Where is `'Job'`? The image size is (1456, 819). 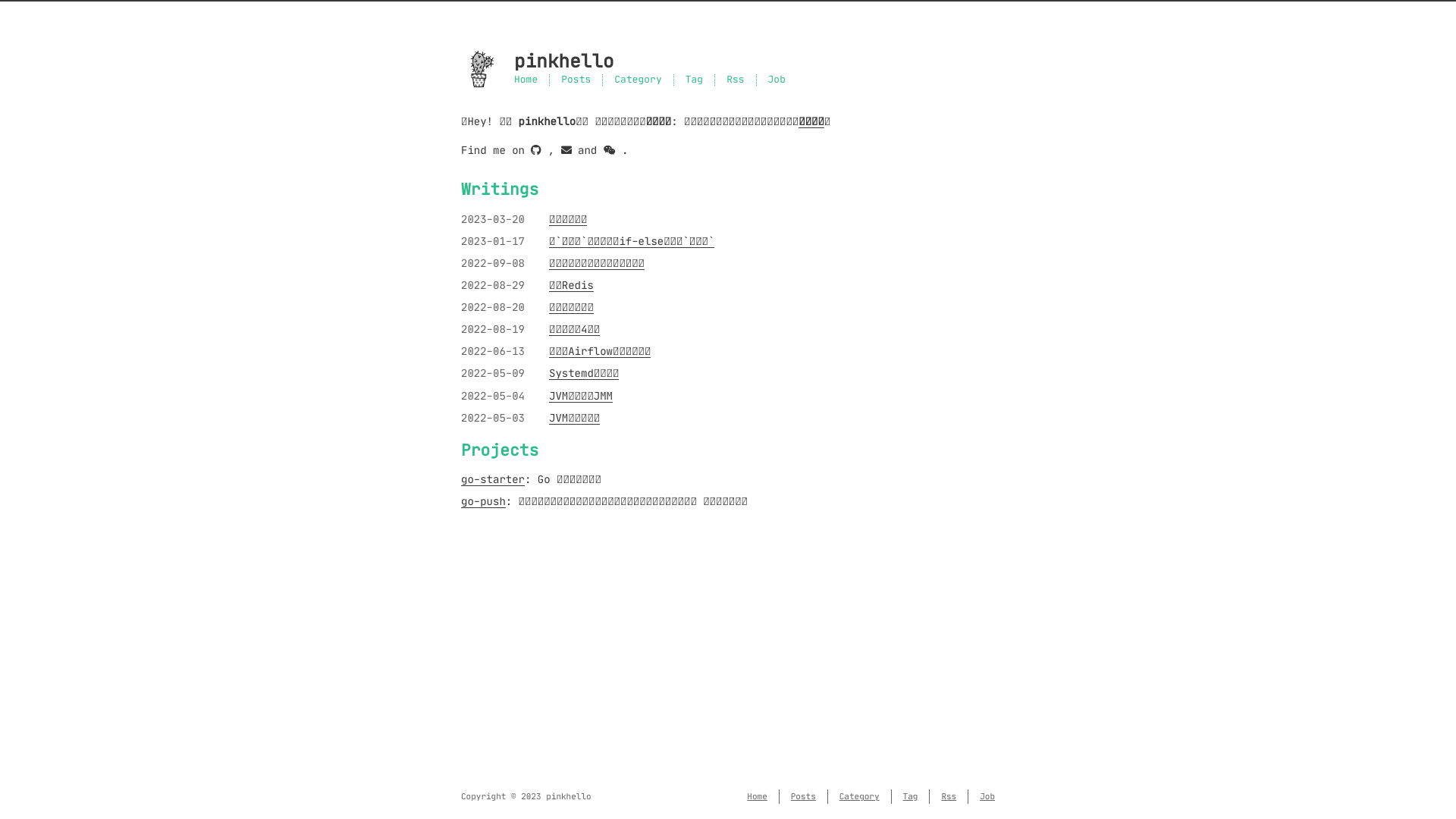
'Job' is located at coordinates (777, 80).